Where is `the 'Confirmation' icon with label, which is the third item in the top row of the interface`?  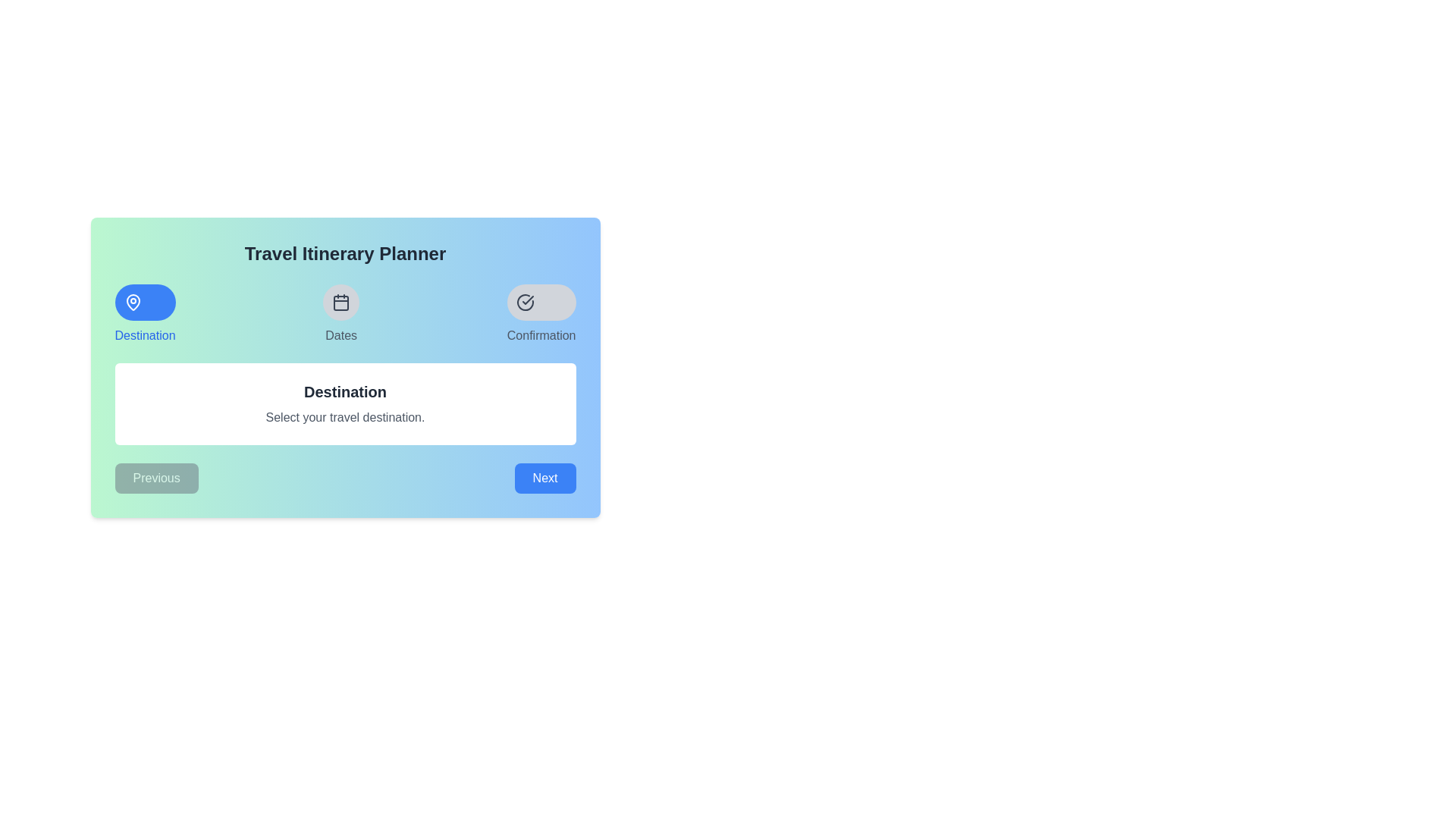
the 'Confirmation' icon with label, which is the third item in the top row of the interface is located at coordinates (541, 314).